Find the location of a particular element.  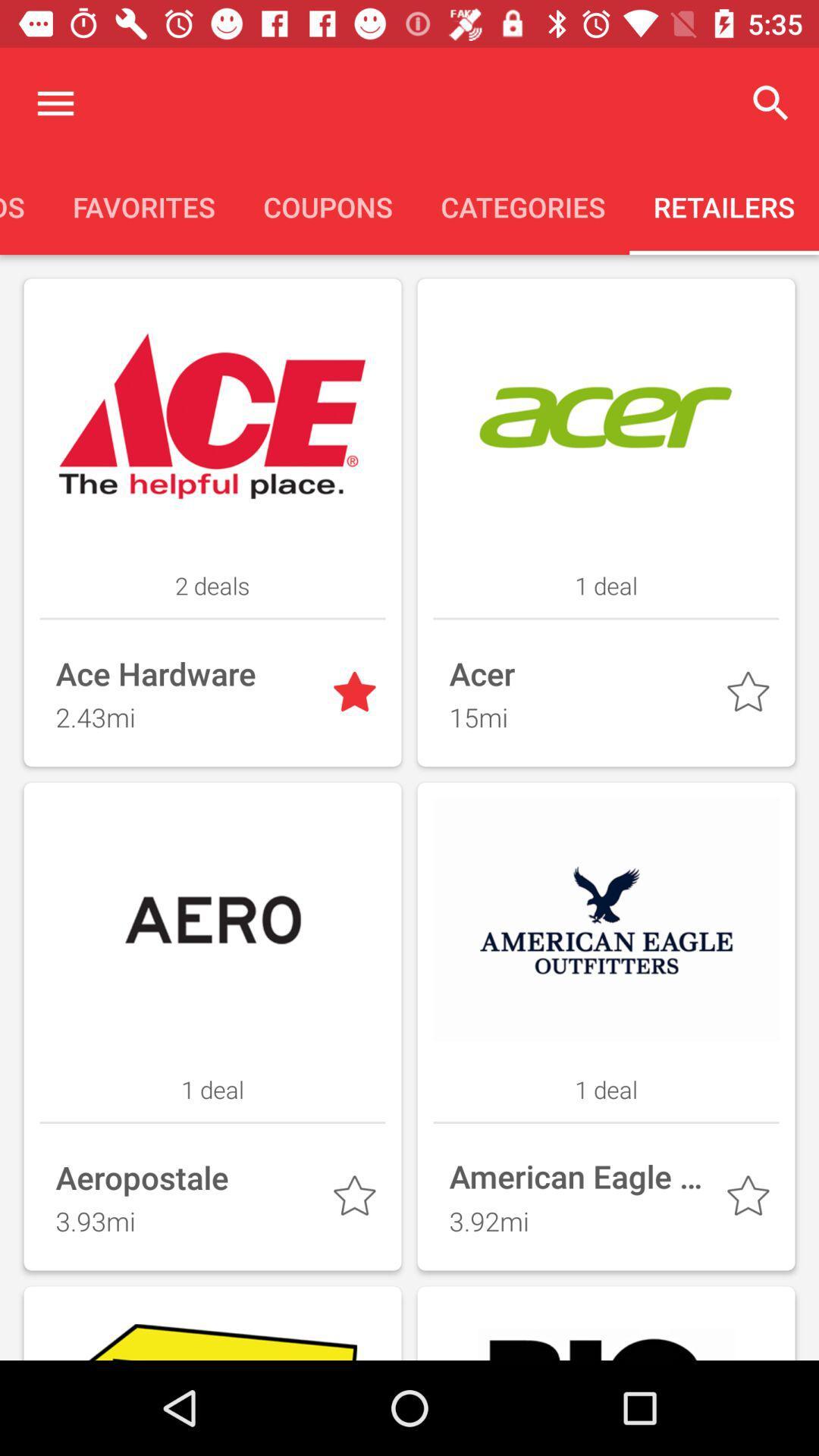

open menu is located at coordinates (55, 102).